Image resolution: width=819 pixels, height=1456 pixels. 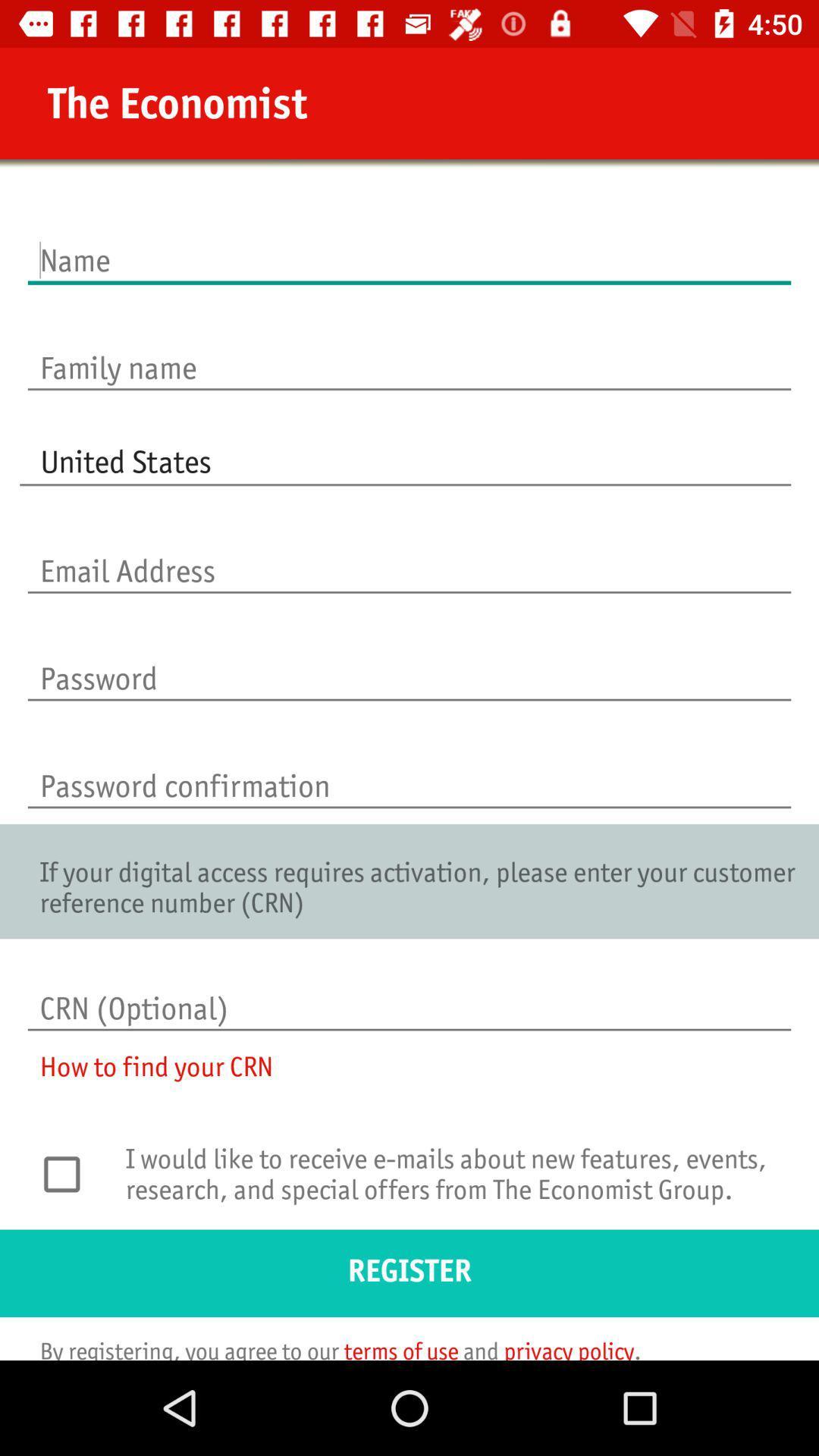 I want to click on type family name, so click(x=409, y=351).